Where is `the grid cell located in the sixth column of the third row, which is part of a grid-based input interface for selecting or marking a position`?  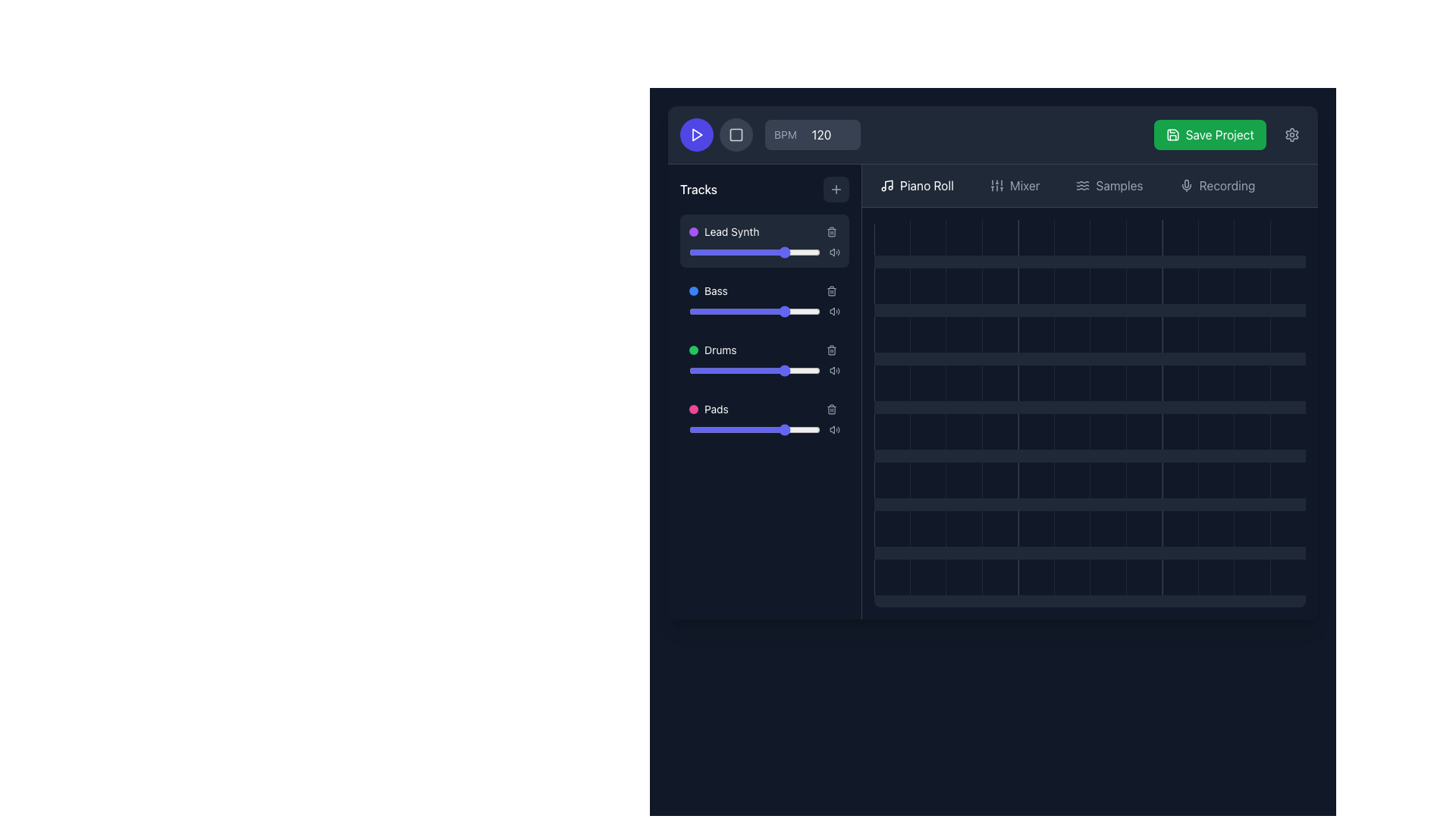 the grid cell located in the sixth column of the third row, which is part of a grid-based input interface for selecting or marking a position is located at coordinates (1071, 431).